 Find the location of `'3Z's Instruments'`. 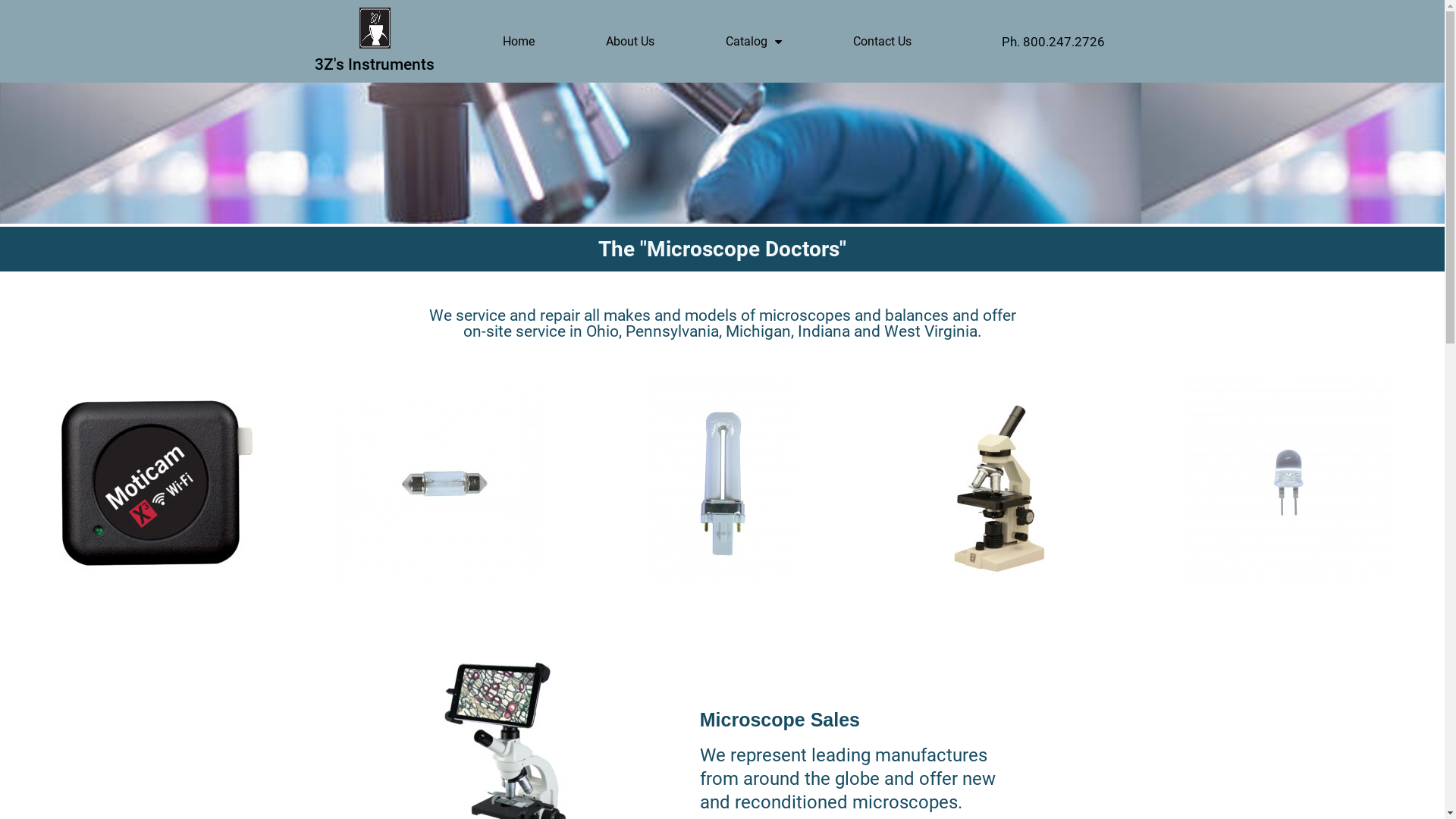

'3Z's Instruments' is located at coordinates (375, 63).